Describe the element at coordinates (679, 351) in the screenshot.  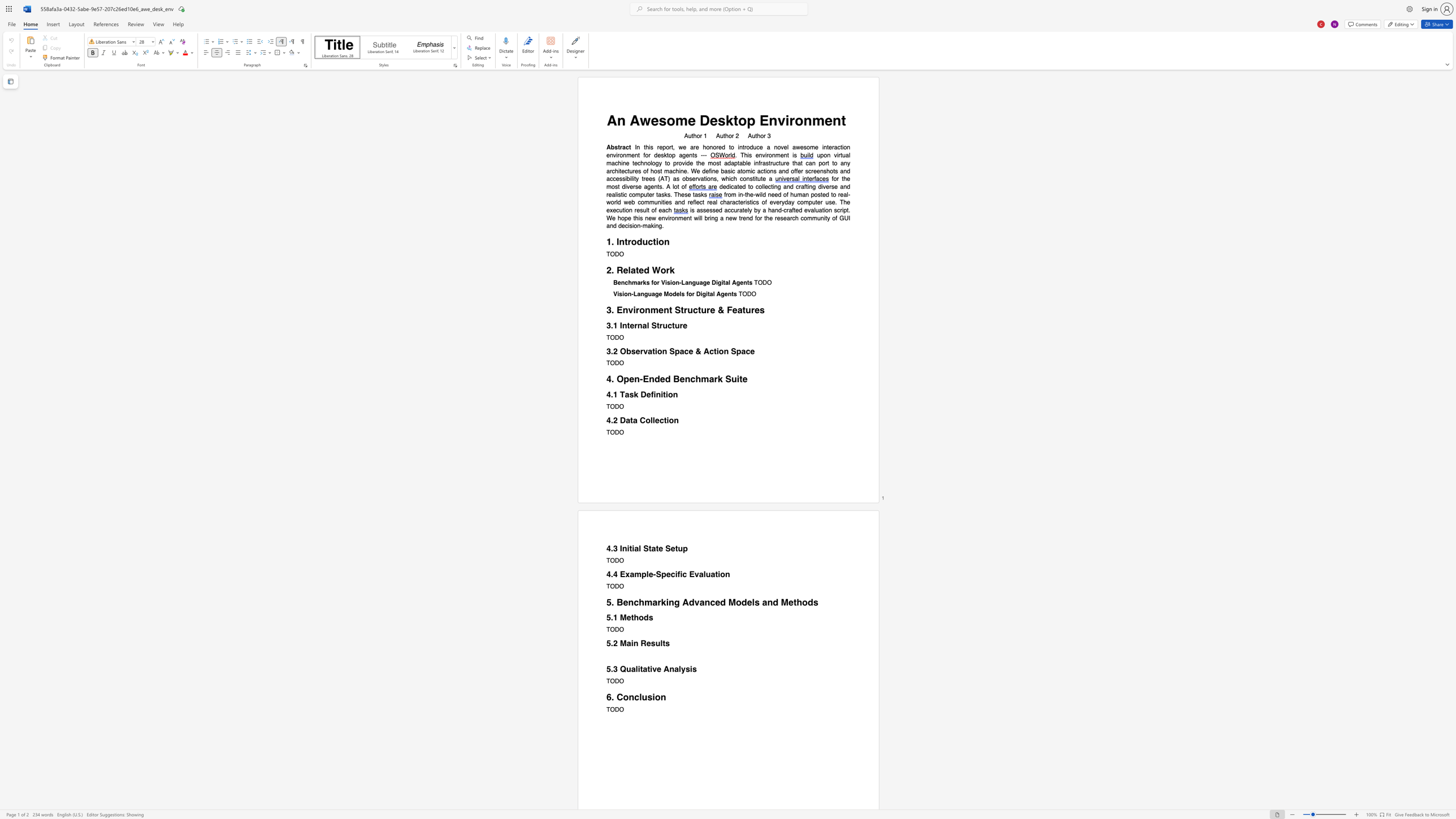
I see `the subset text "ac" within the text "3.2 Observation Space & Action Space"` at that location.